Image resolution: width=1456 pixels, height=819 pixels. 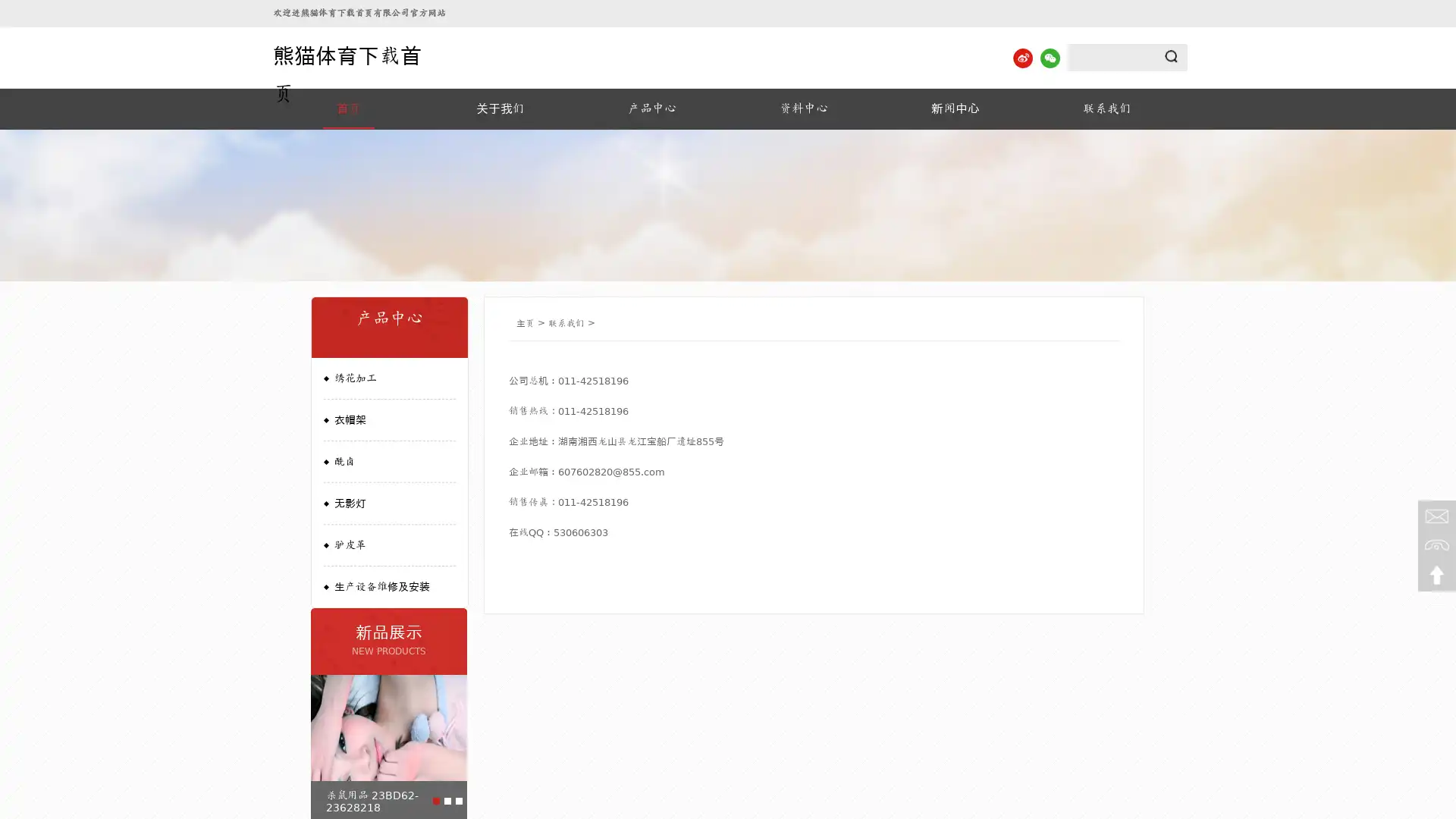 I want to click on Submit, so click(x=1171, y=55).